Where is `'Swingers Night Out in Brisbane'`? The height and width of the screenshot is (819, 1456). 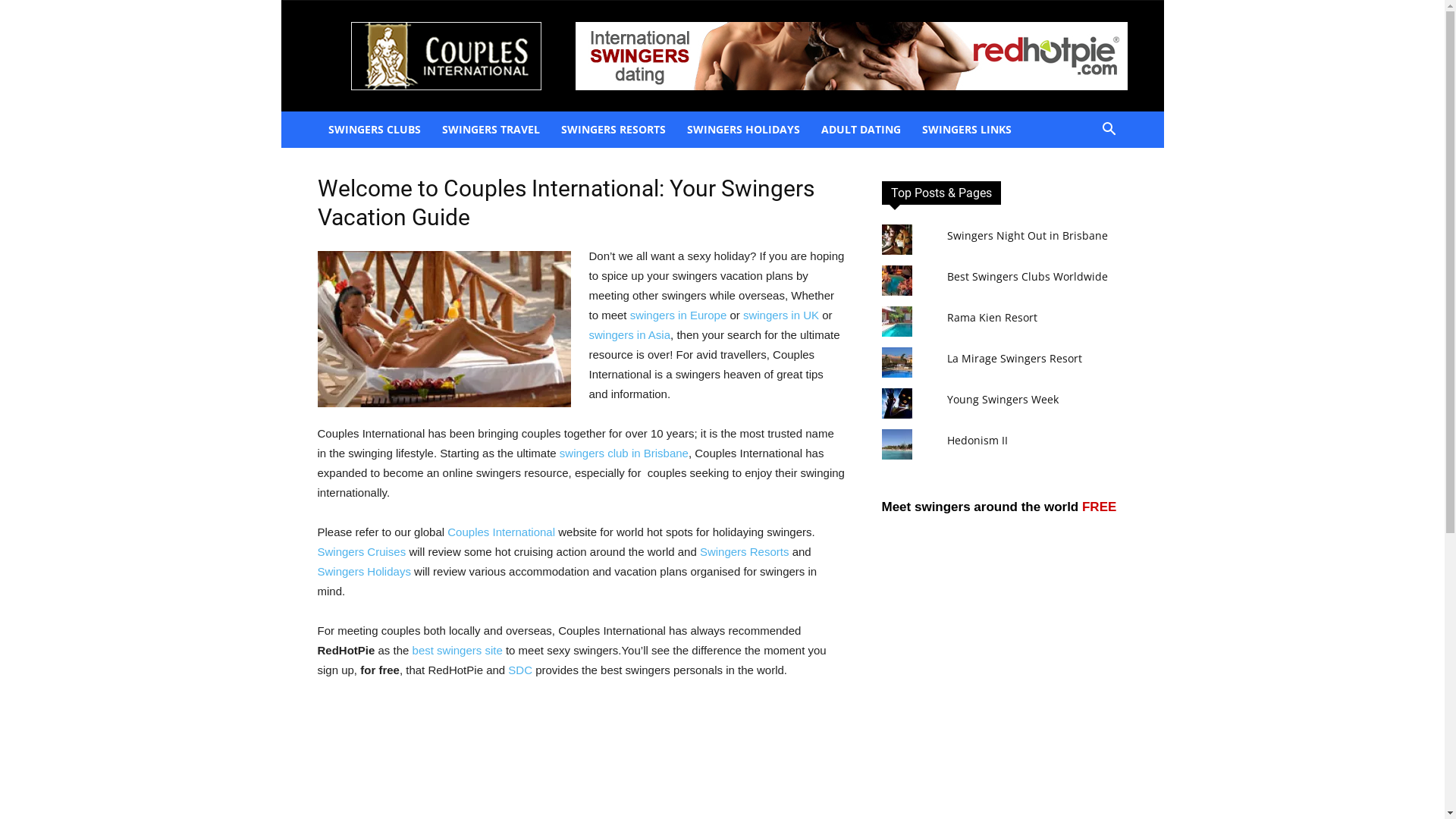 'Swingers Night Out in Brisbane' is located at coordinates (1027, 235).